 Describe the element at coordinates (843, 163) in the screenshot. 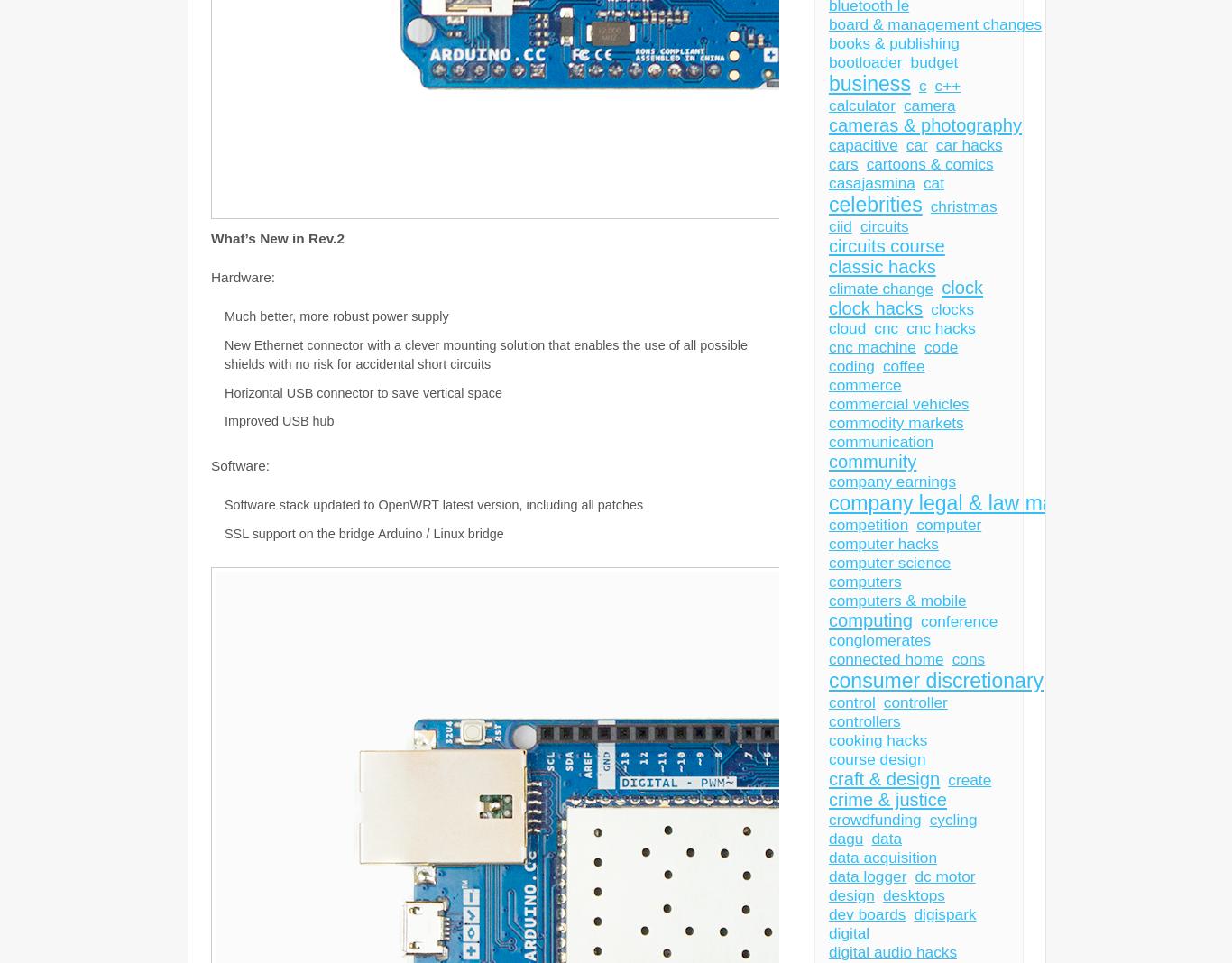

I see `'cars'` at that location.